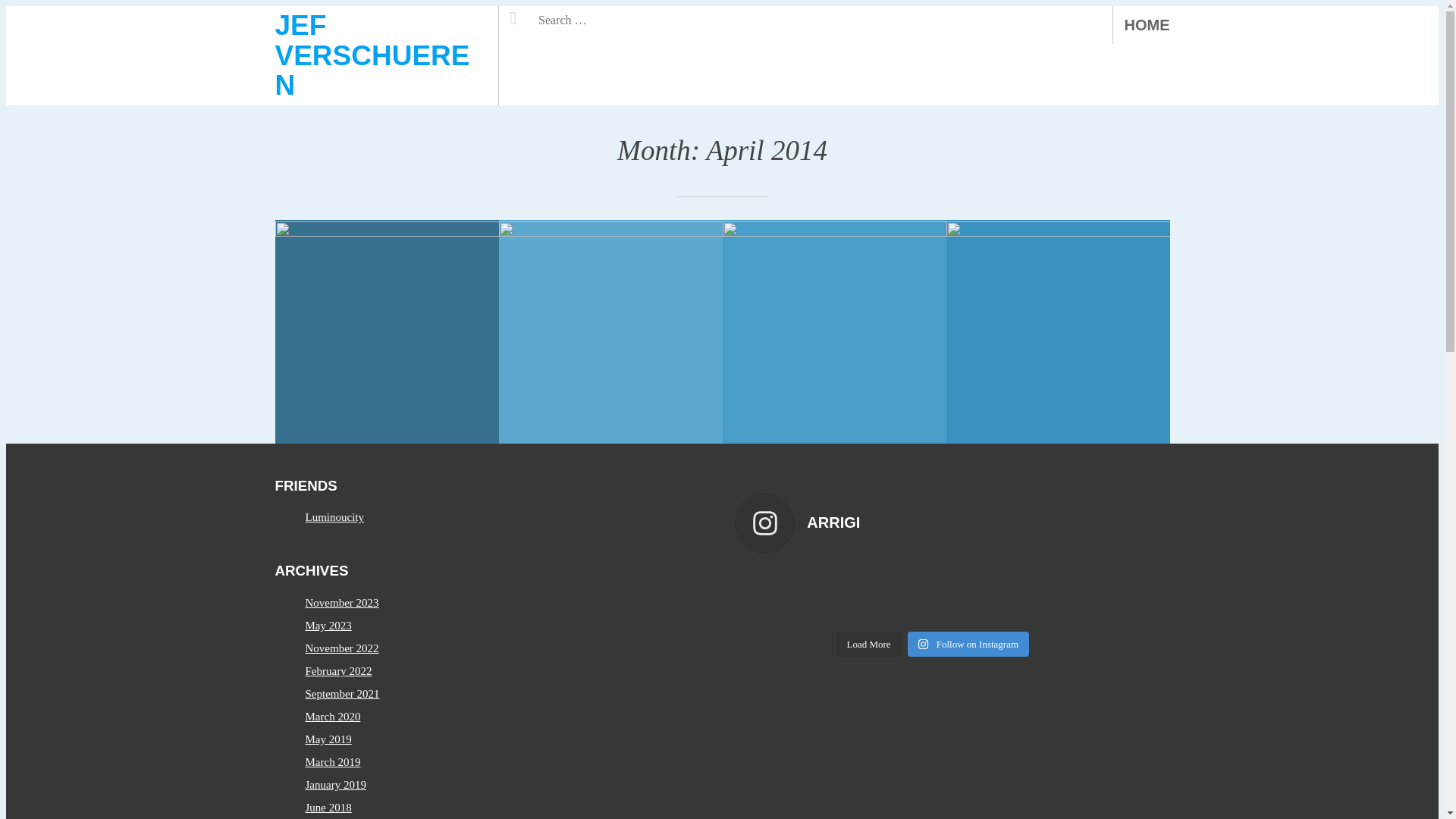 The image size is (1456, 819). I want to click on 'March 2019', so click(331, 762).